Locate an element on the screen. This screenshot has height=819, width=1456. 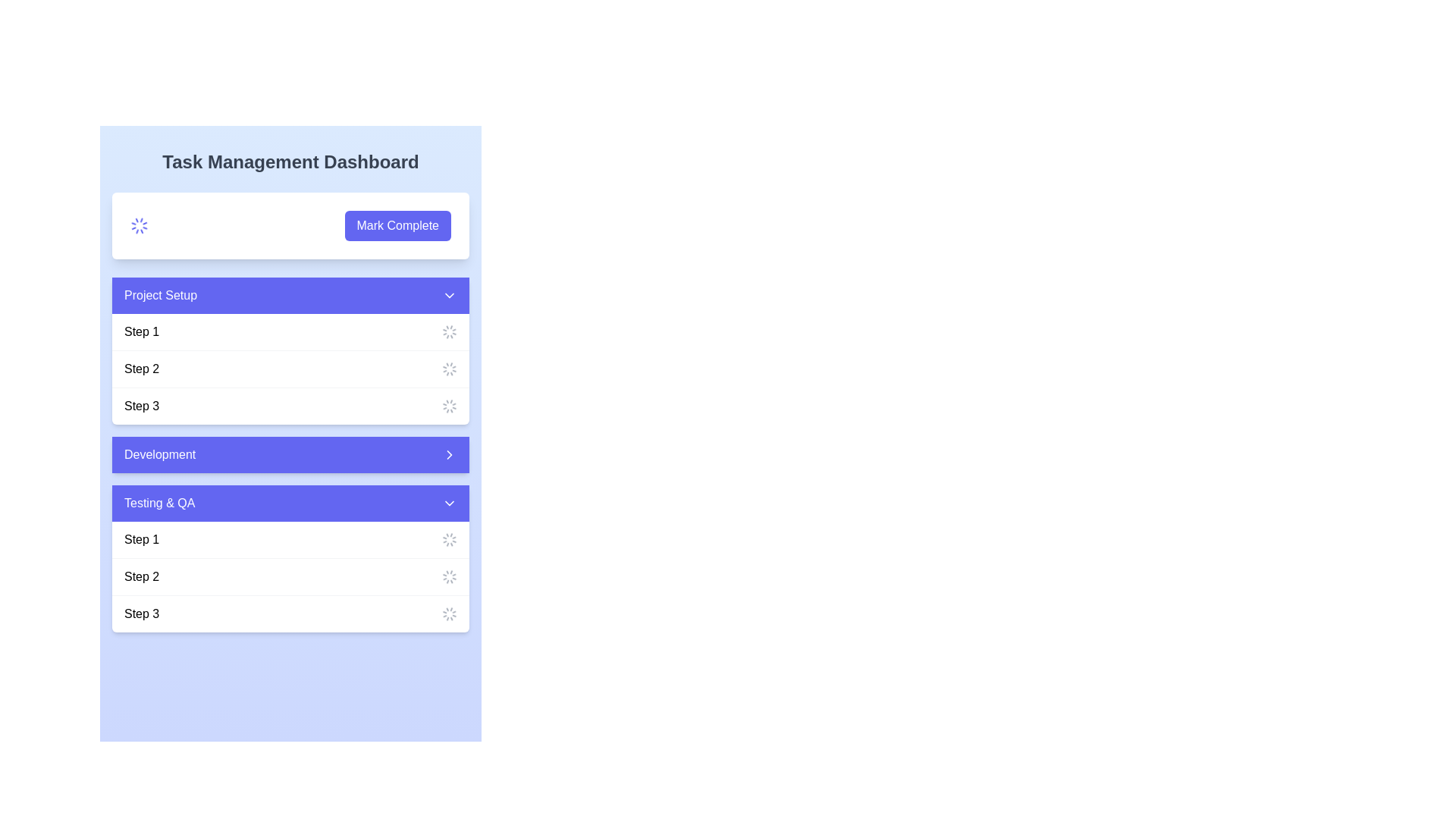
the 'Step 2' text label, which is styled in black font and is located under the 'Testing & QA' section, positioned between 'Step 1' and 'Step 3' is located at coordinates (142, 576).